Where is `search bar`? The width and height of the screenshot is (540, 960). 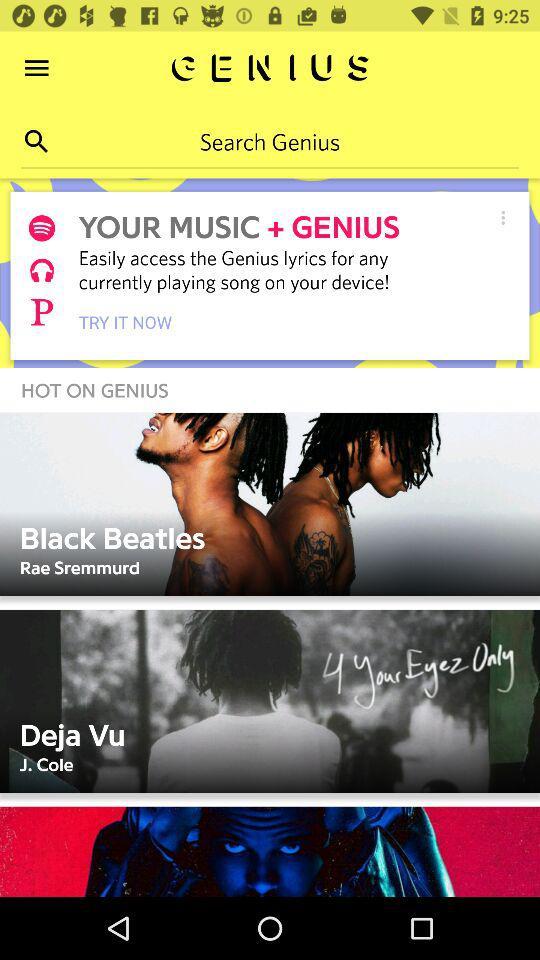 search bar is located at coordinates (270, 140).